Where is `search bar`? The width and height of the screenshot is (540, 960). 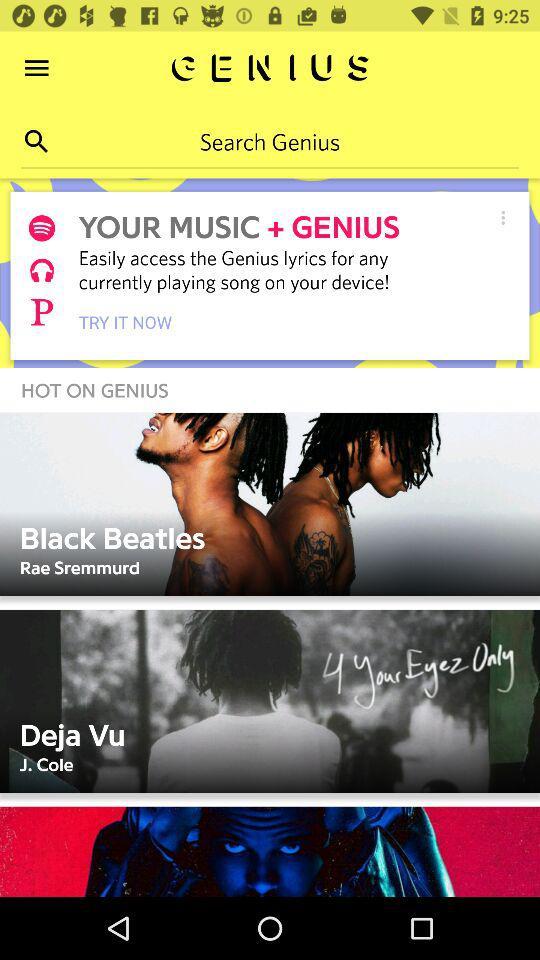 search bar is located at coordinates (270, 140).